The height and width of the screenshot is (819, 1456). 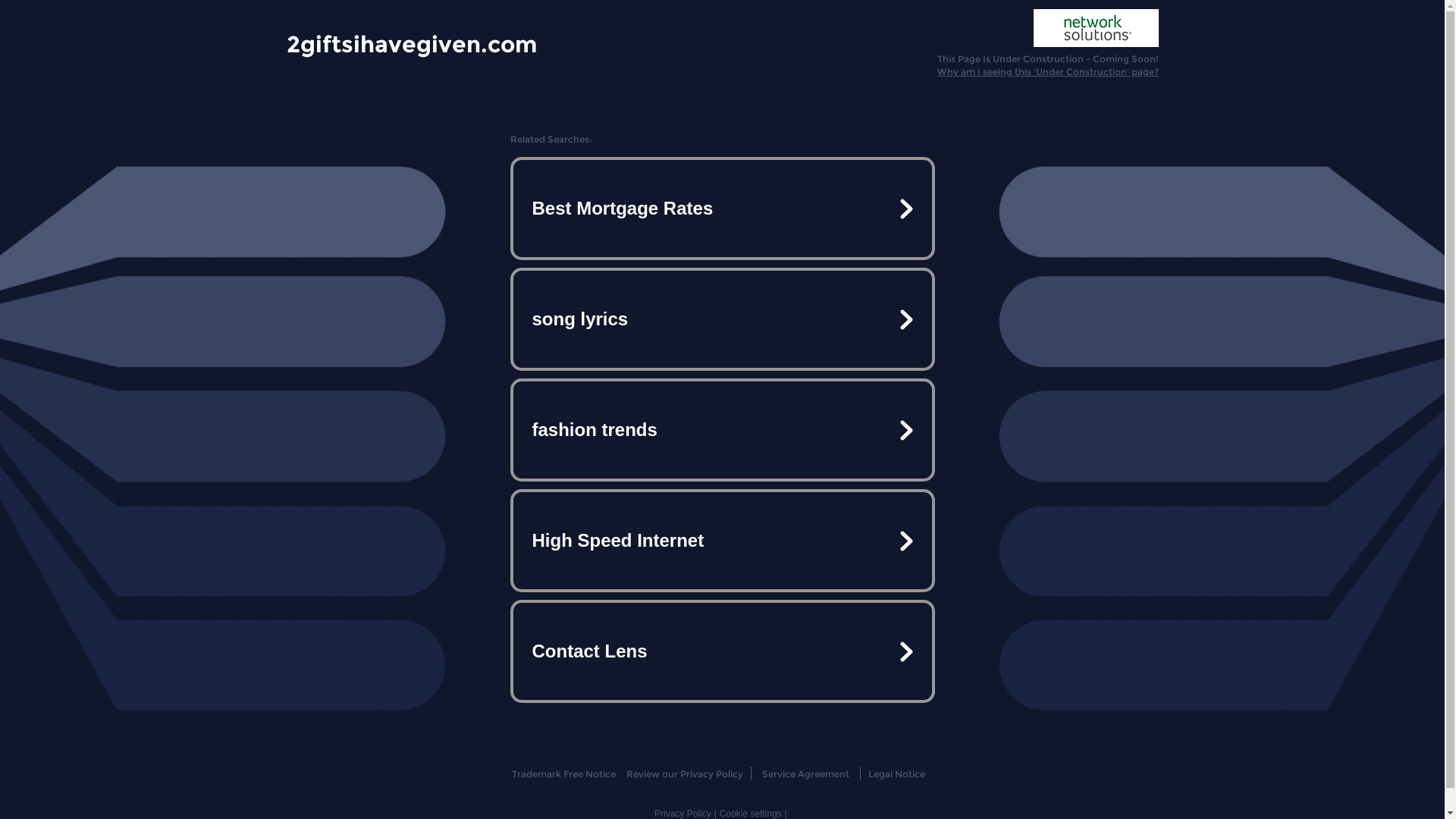 I want to click on 'fashion trends', so click(x=720, y=430).